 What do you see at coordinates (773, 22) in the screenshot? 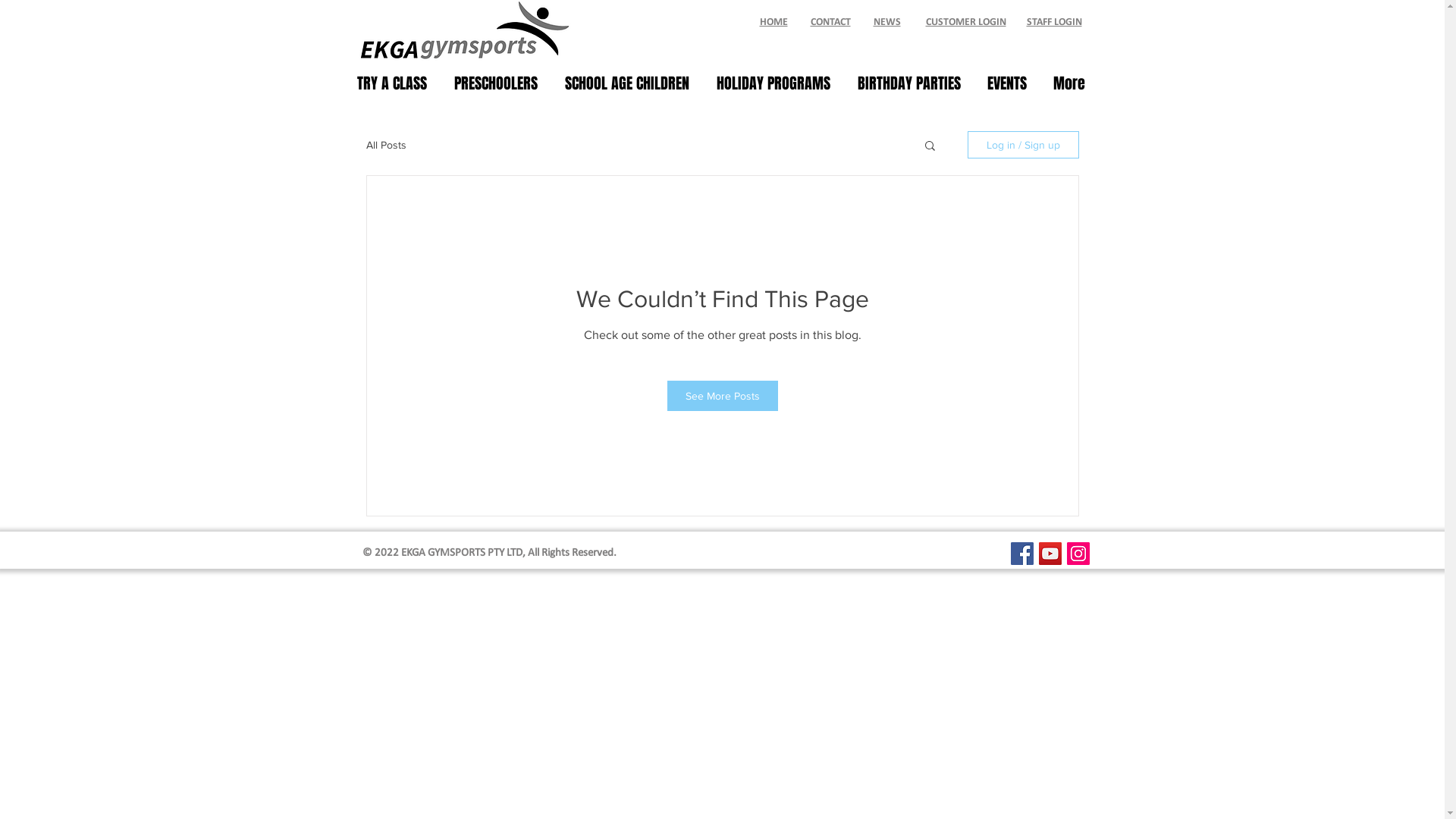
I see `'HOME'` at bounding box center [773, 22].